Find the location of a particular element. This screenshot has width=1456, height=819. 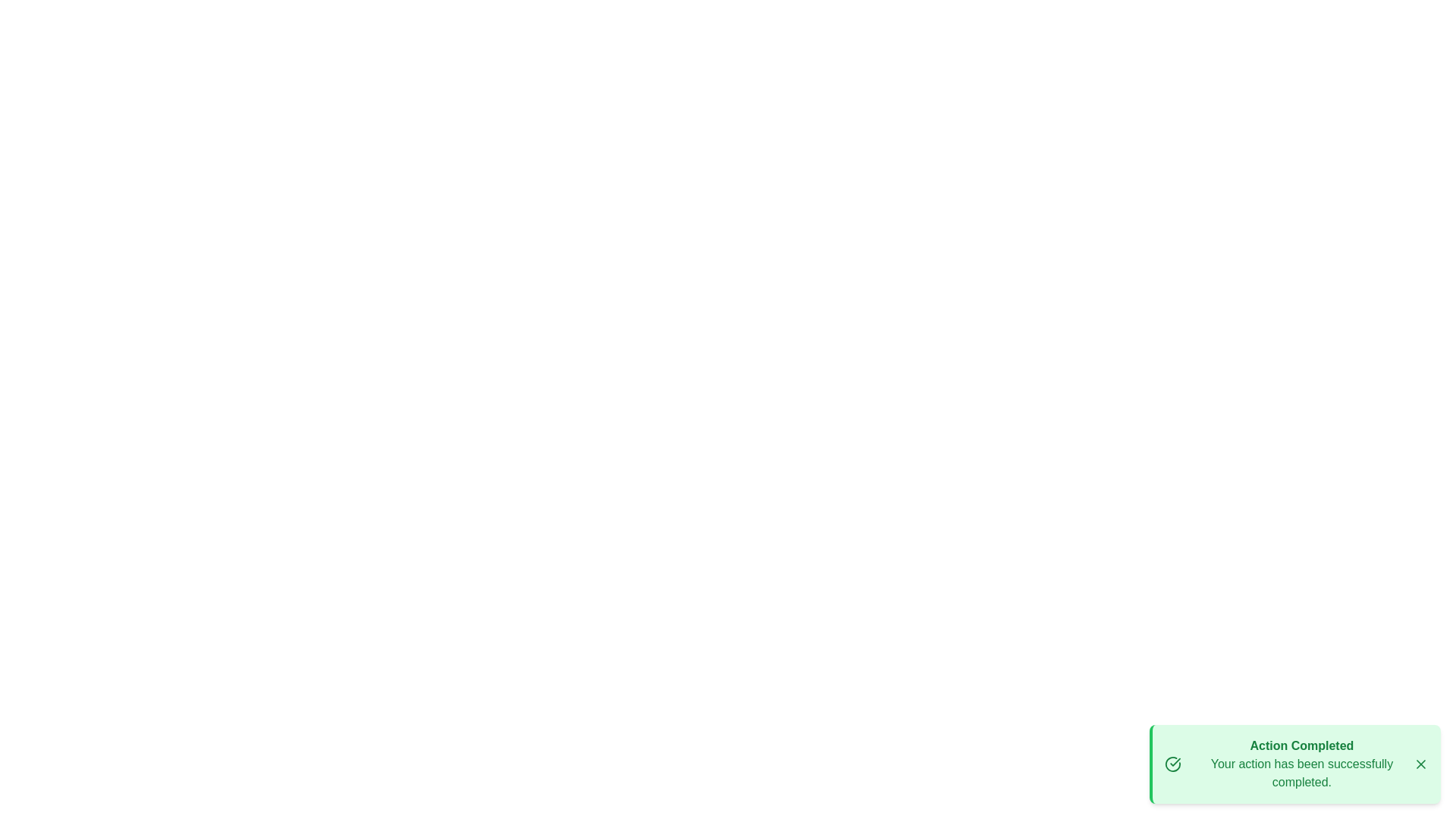

the close button to observe its hover effect is located at coordinates (1420, 764).